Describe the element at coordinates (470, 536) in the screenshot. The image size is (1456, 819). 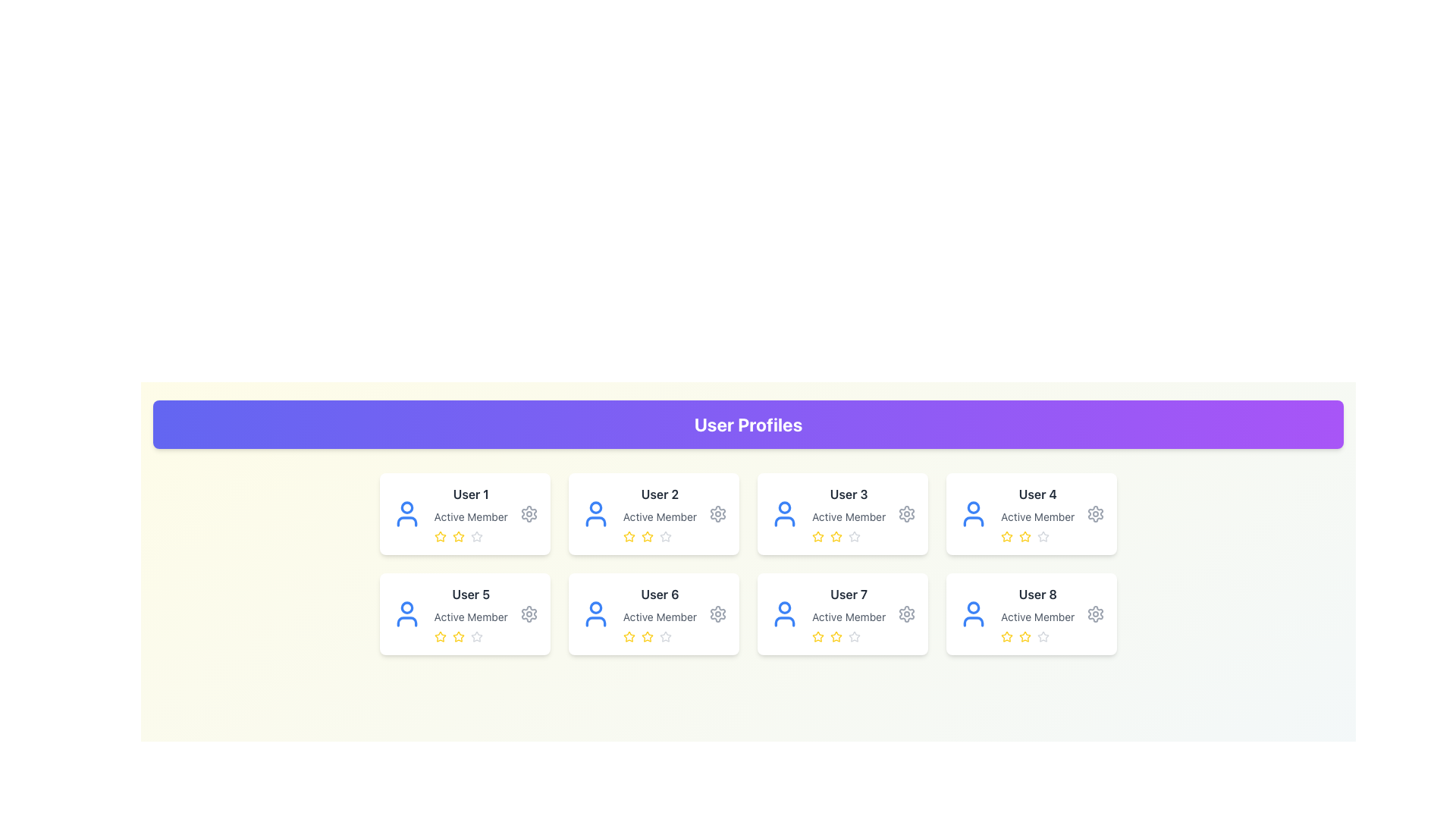
I see `the third star in the rating system for 'User 1' located below 'User 1' and 'Active Member' in the first card of the grid layout` at that location.